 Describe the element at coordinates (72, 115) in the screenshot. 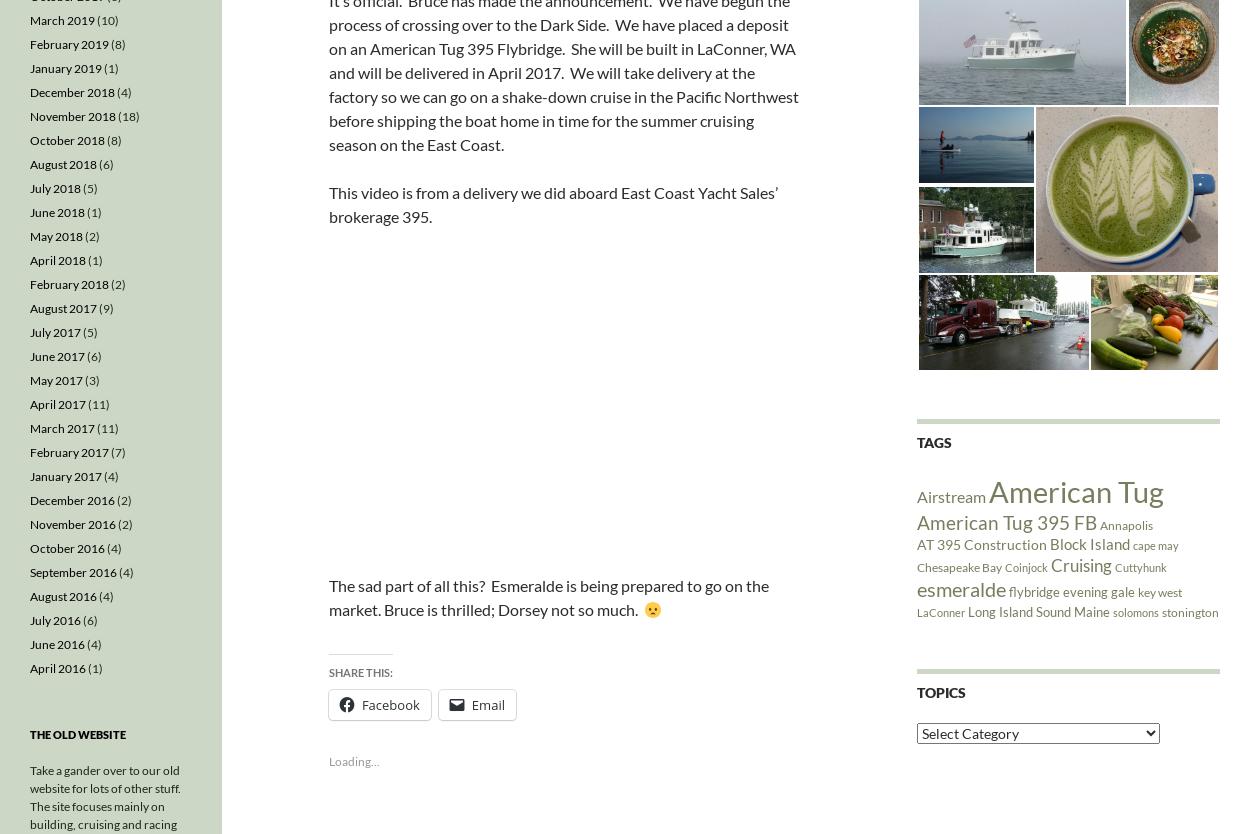

I see `'November 2018'` at that location.